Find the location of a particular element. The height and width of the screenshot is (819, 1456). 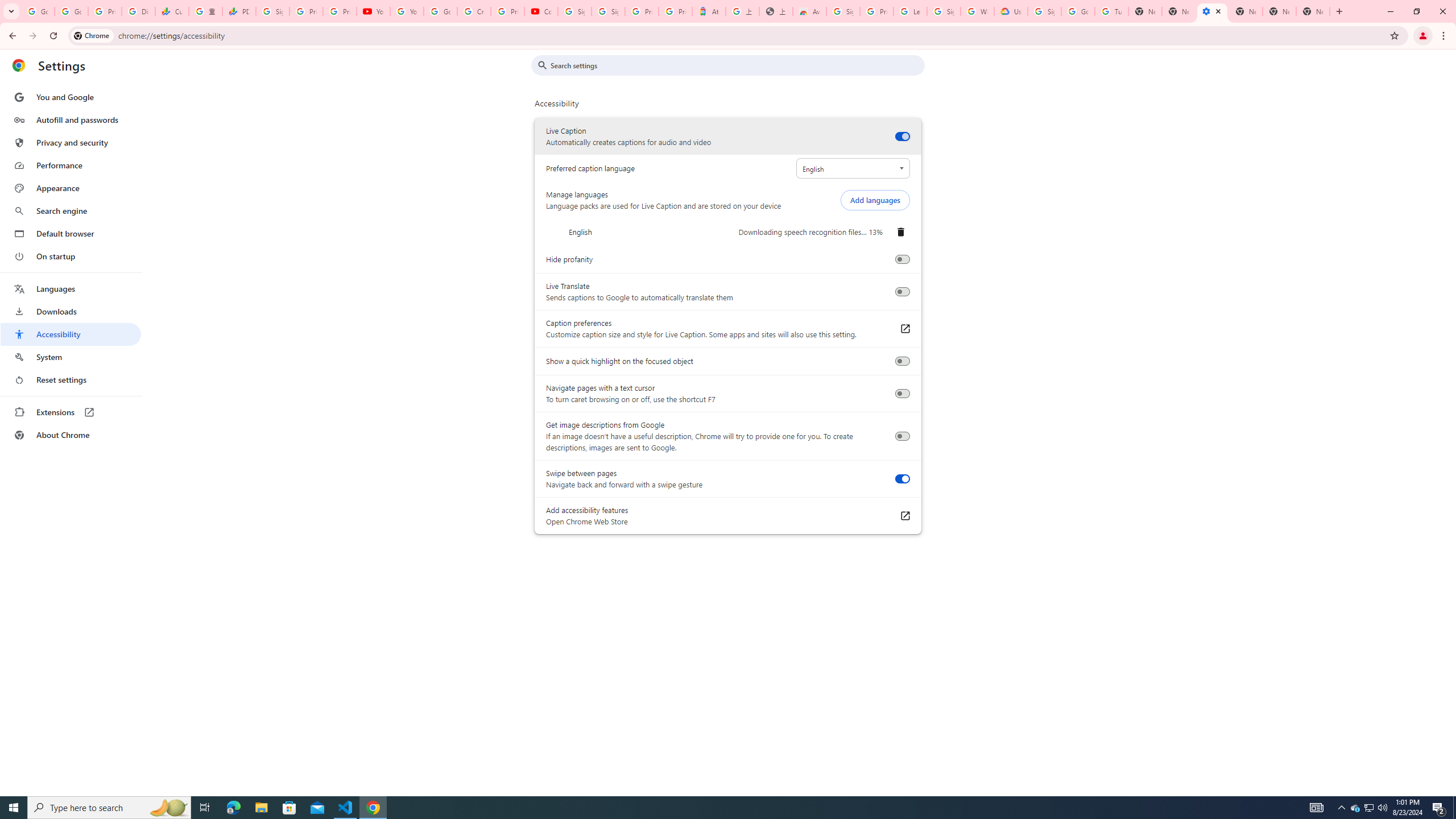

'Default browser' is located at coordinates (70, 233).